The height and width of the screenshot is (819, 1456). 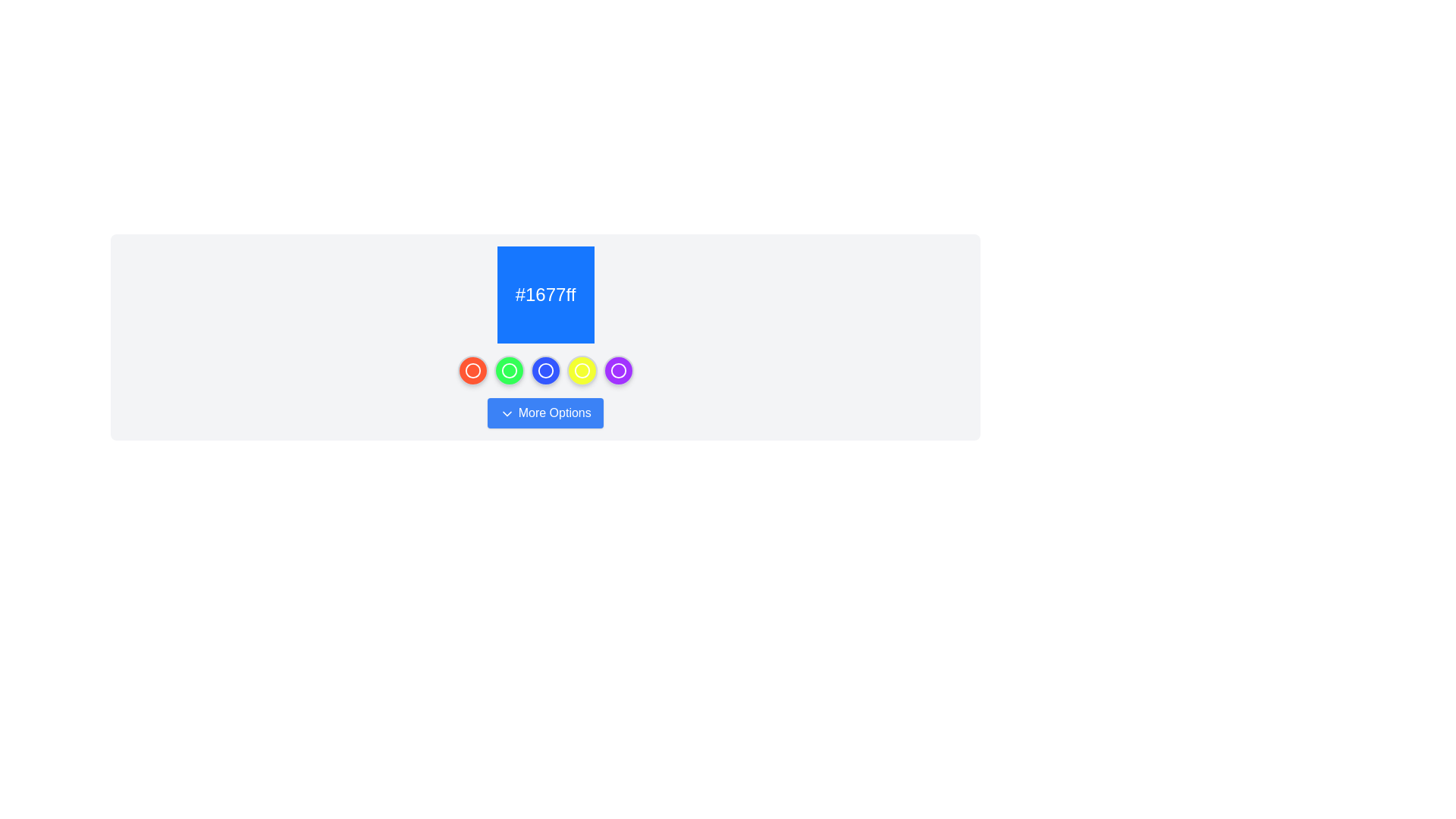 I want to click on the circular button with a green background and white border, so click(x=509, y=371).